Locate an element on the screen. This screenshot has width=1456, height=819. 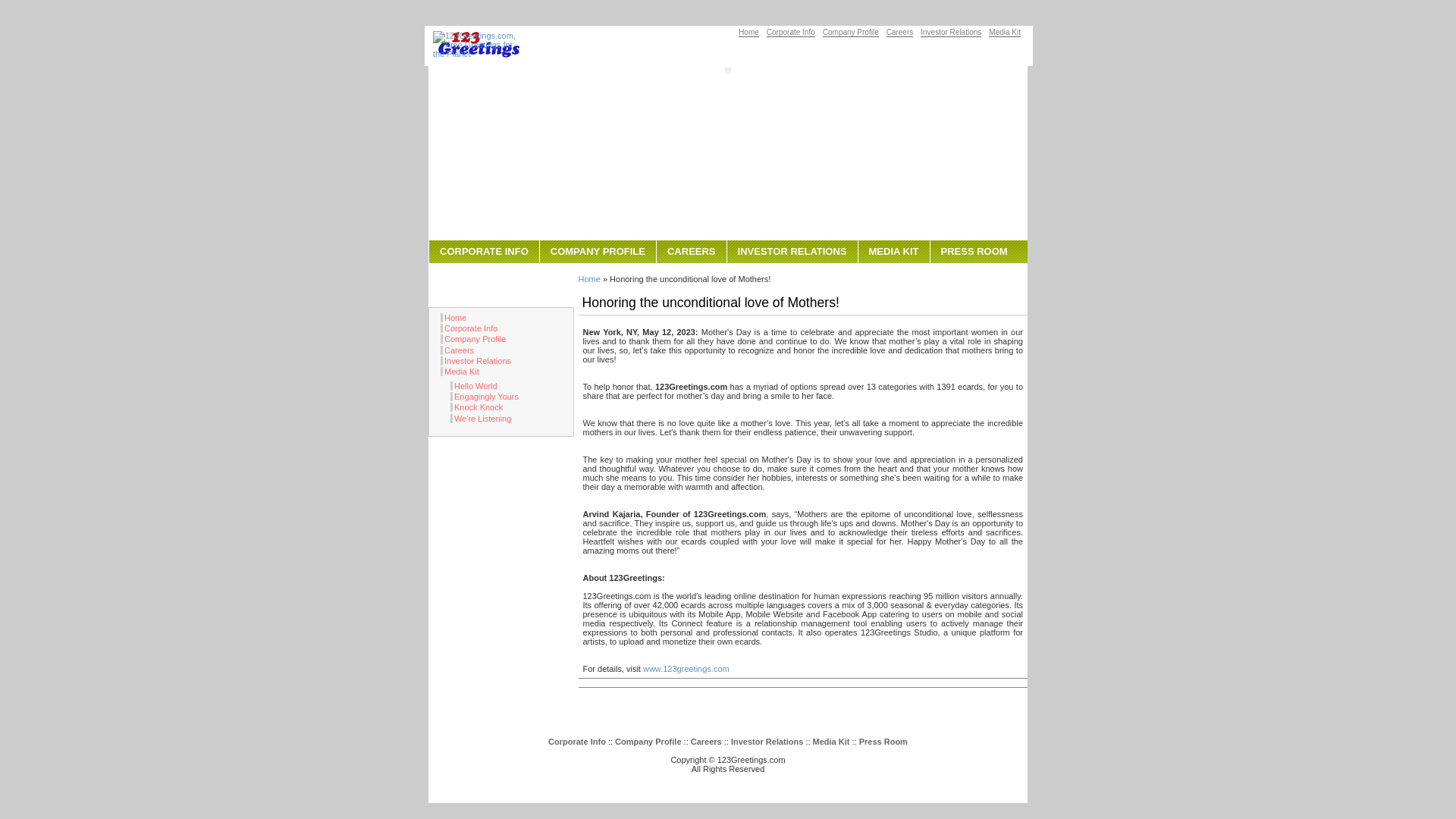
'Careers' is located at coordinates (899, 32).